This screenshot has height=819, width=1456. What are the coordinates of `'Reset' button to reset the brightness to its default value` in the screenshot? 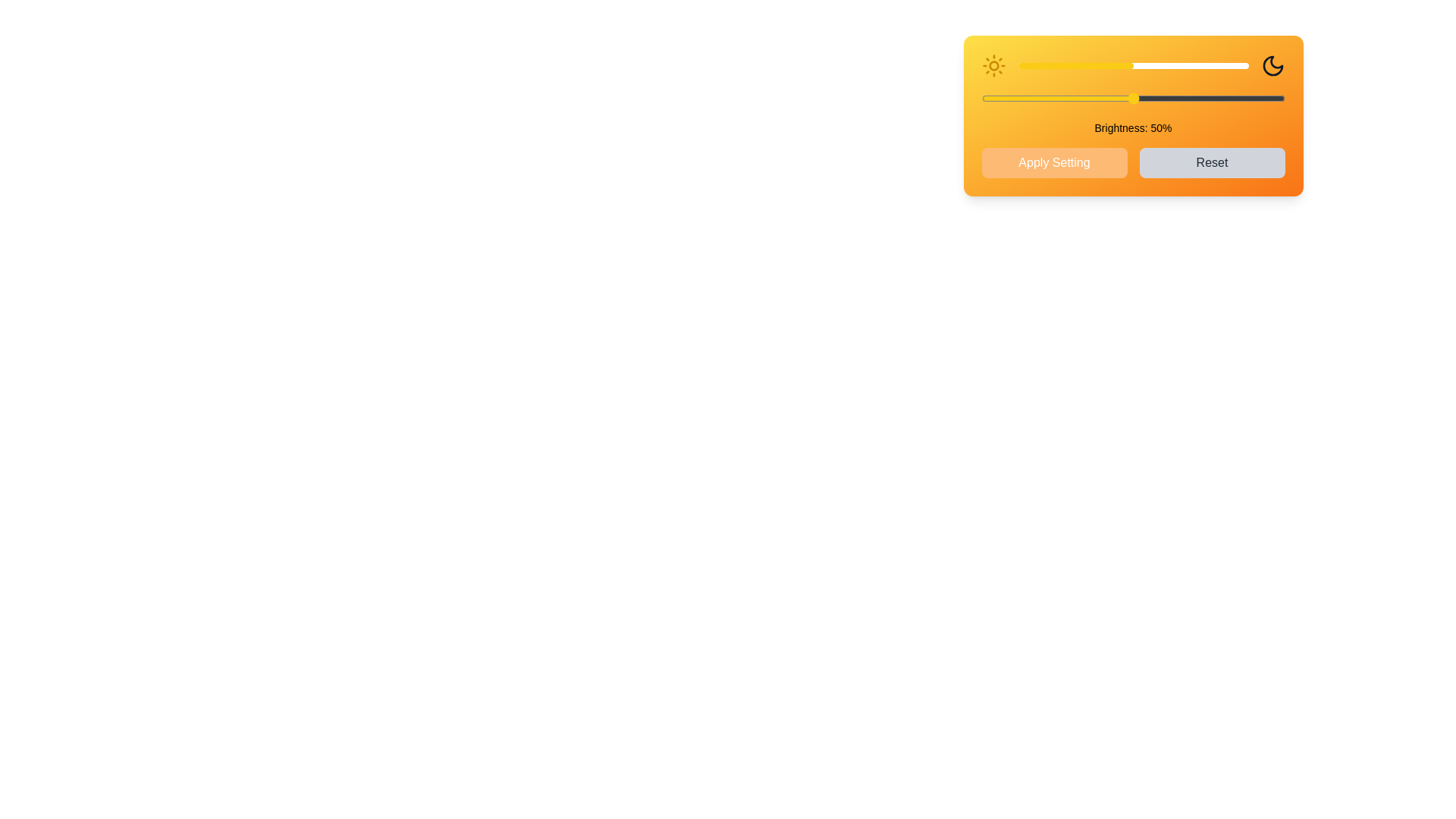 It's located at (1211, 163).